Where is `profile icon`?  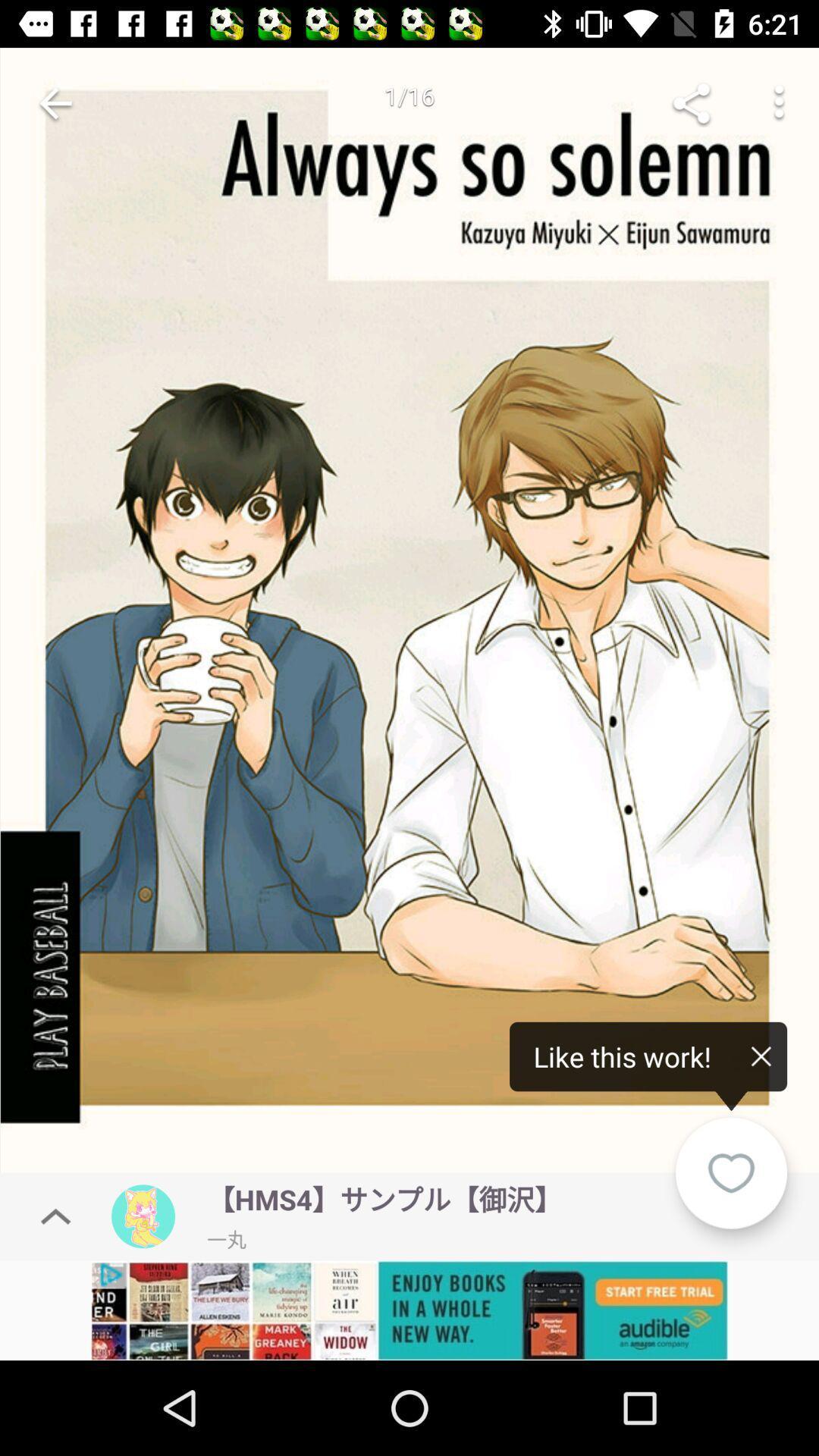
profile icon is located at coordinates (143, 1216).